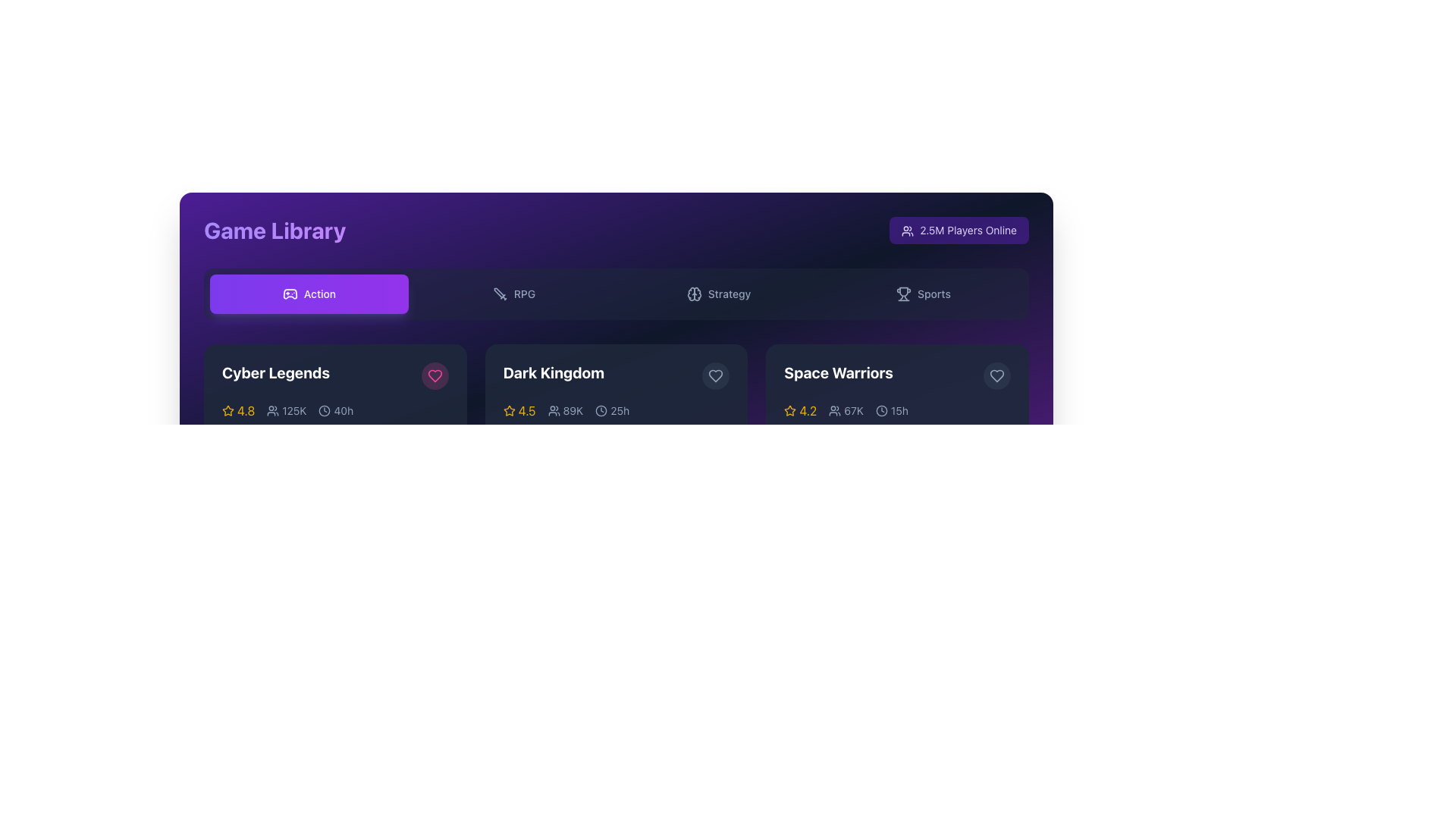 The height and width of the screenshot is (819, 1456). Describe the element at coordinates (959, 231) in the screenshot. I see `the Text Label displaying '2.5M Players Online' alongside the group icon using assistive technologies` at that location.